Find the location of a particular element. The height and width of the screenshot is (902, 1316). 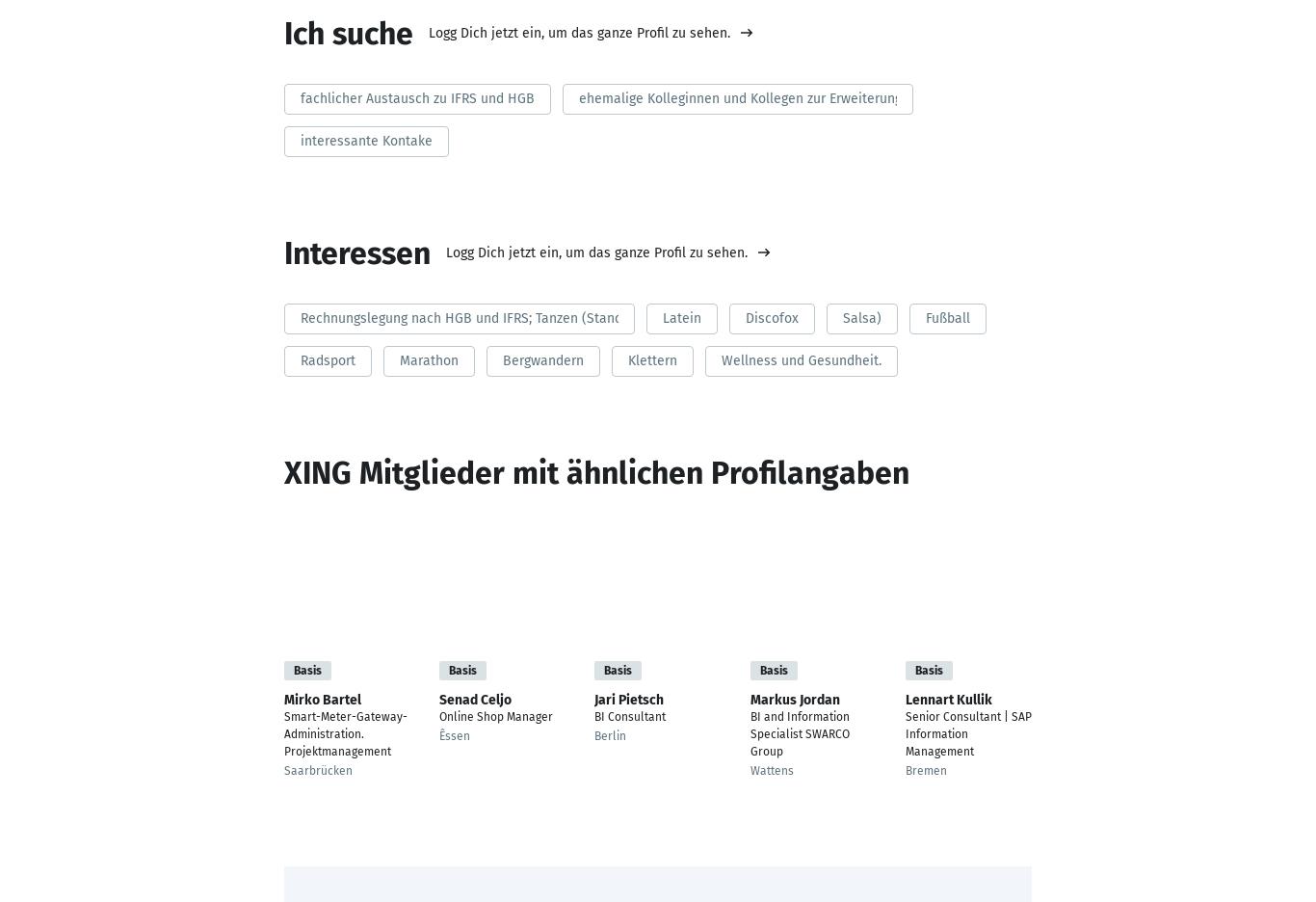

'XING Mitglieder mit ähnlichen Profilangaben' is located at coordinates (282, 470).